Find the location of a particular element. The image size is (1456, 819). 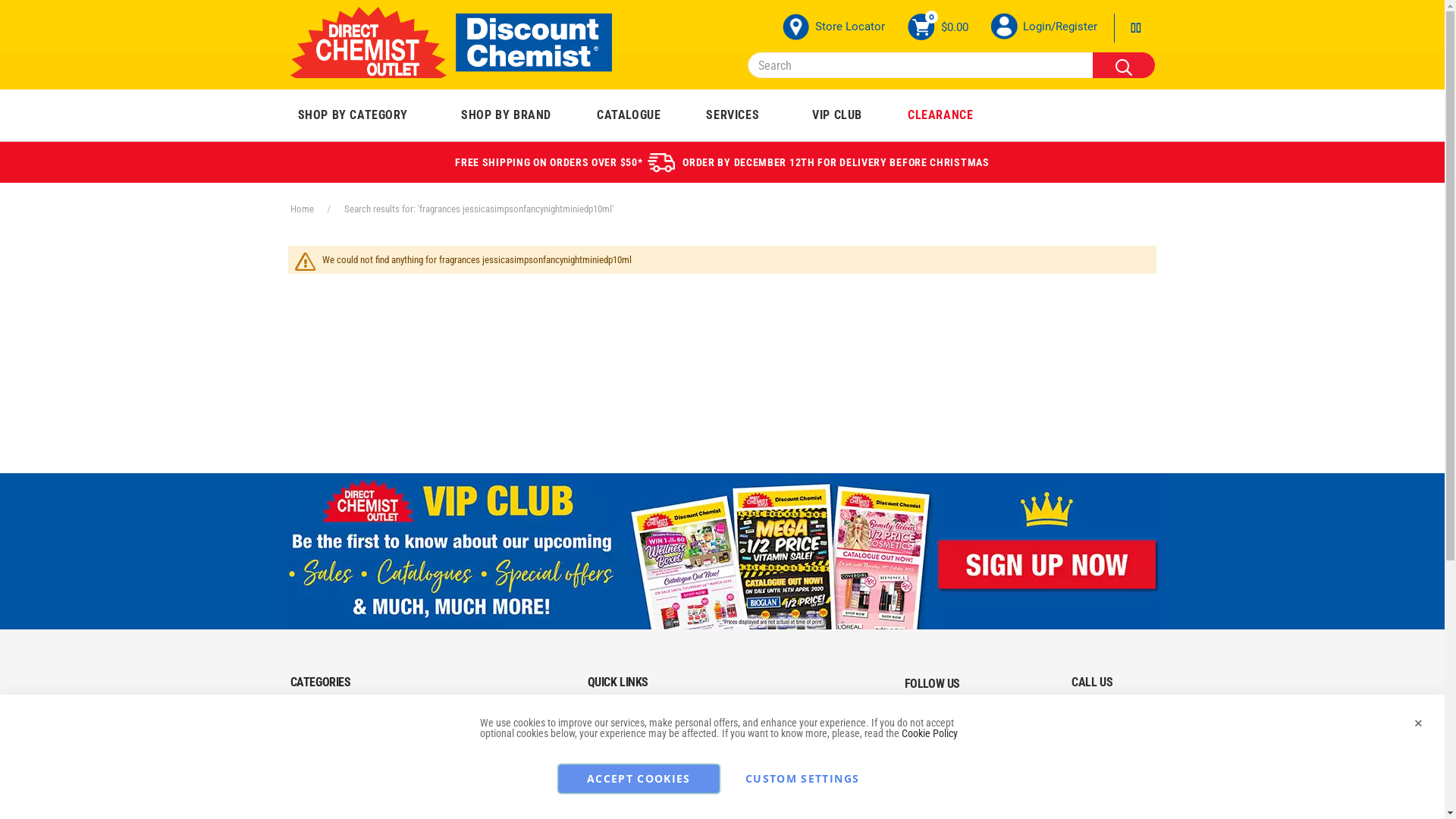

'Vitamins' is located at coordinates (291, 742).